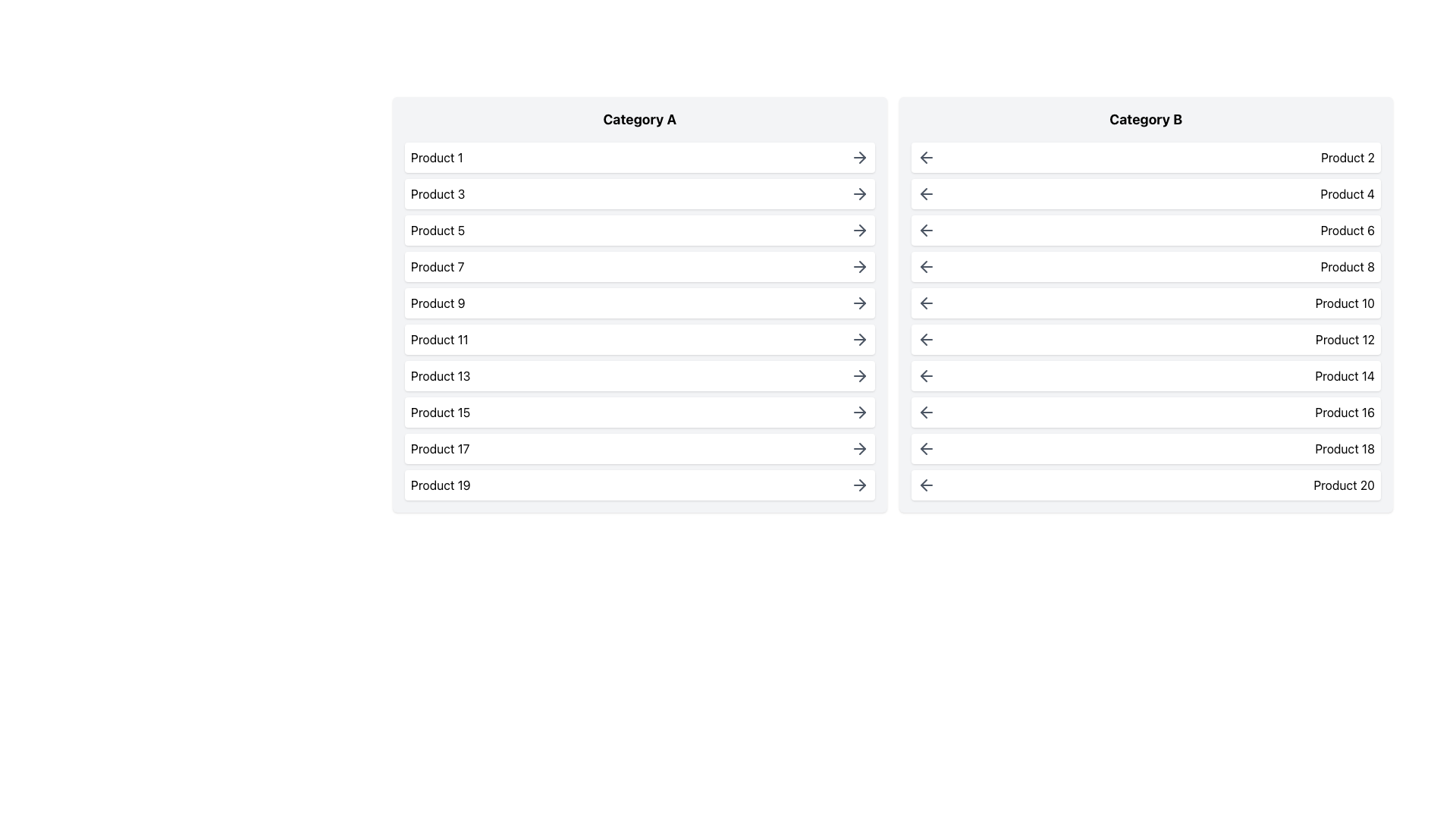 The width and height of the screenshot is (1456, 819). Describe the element at coordinates (1348, 265) in the screenshot. I see `the text label displaying 'Product 8', which is the fourth item in the right column labeled 'Category B'` at that location.